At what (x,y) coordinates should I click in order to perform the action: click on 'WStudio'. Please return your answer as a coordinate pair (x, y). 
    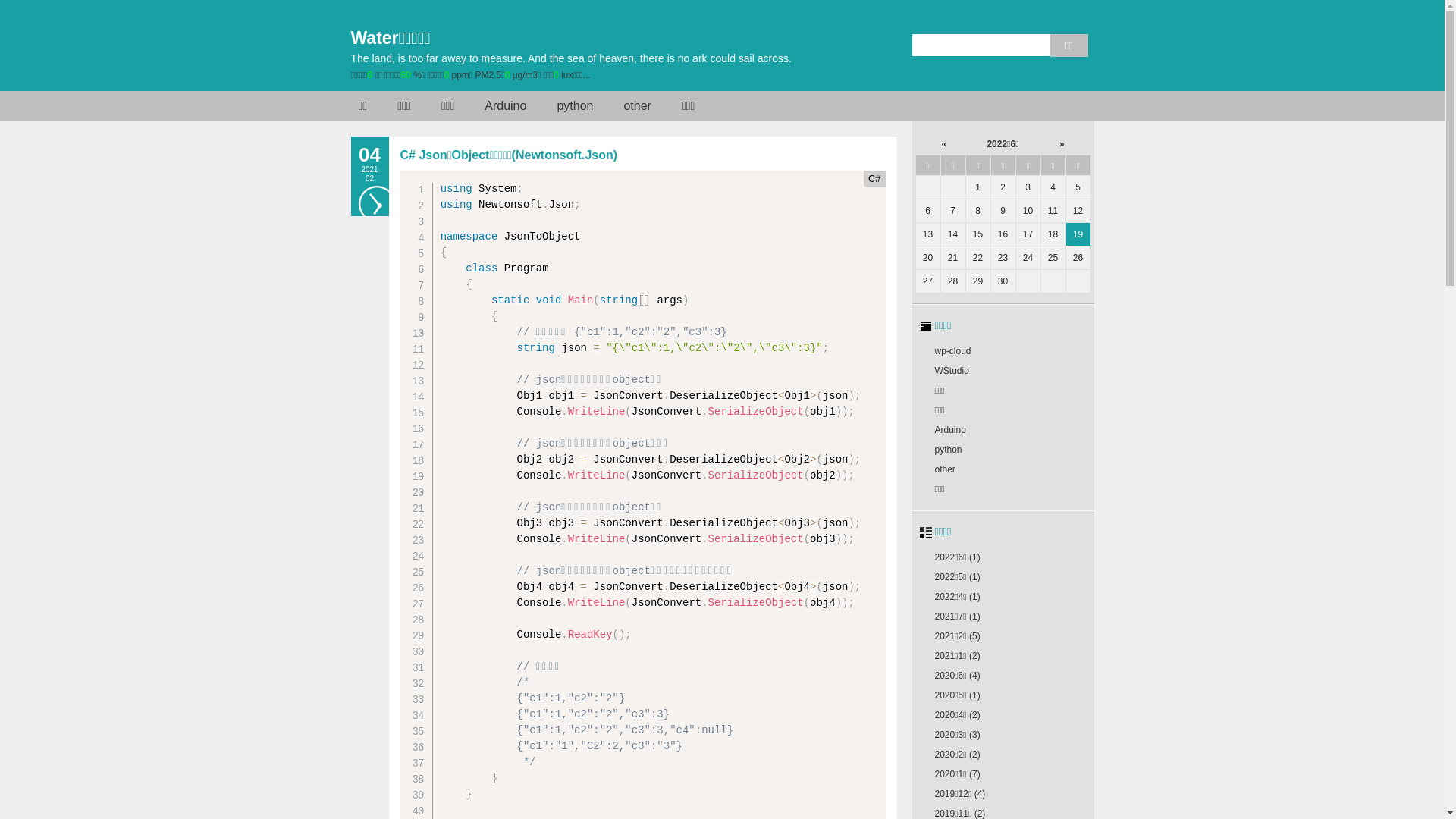
    Looking at the image, I should click on (950, 371).